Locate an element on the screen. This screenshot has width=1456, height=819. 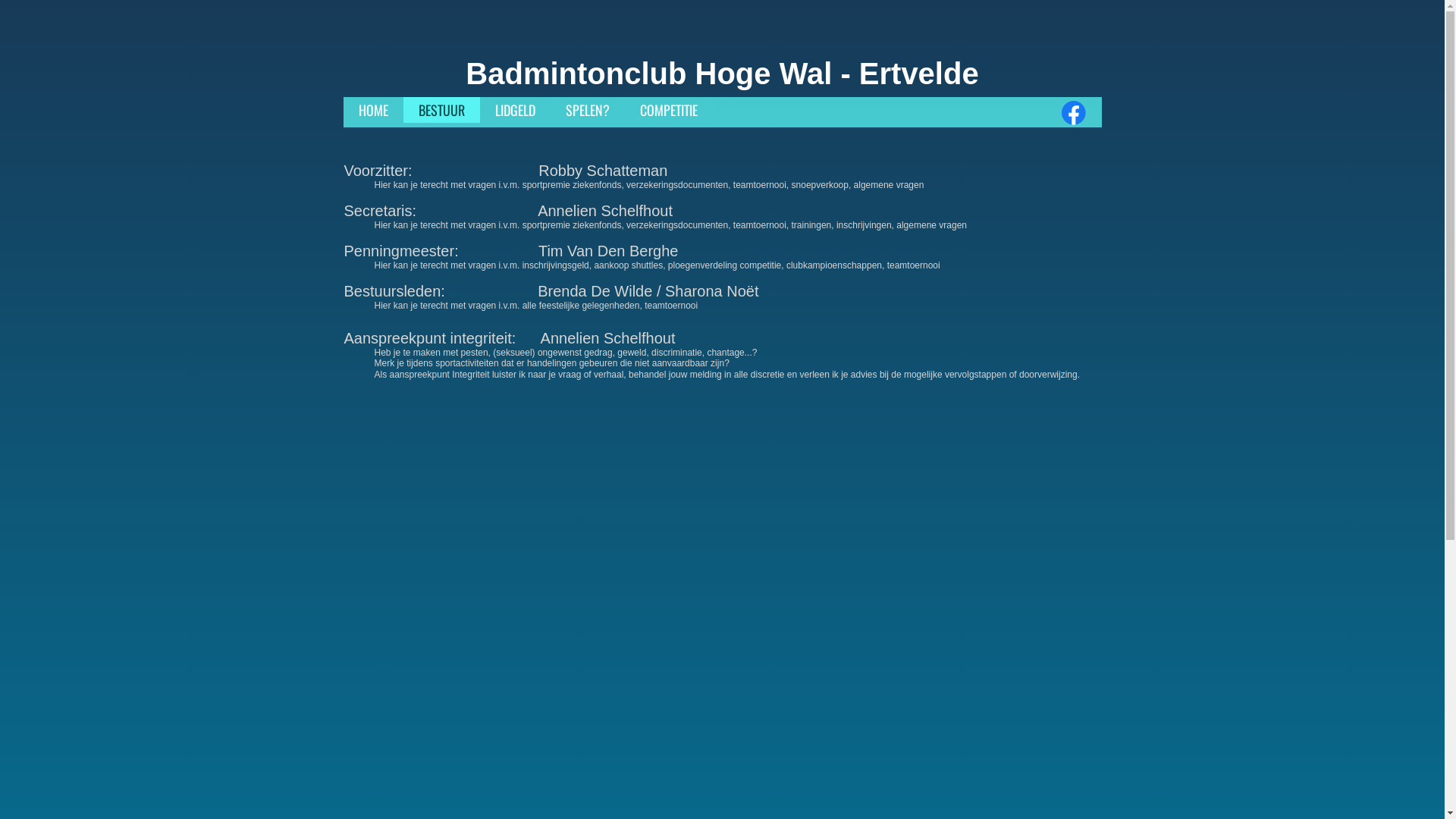
'SPELEN?' is located at coordinates (586, 109).